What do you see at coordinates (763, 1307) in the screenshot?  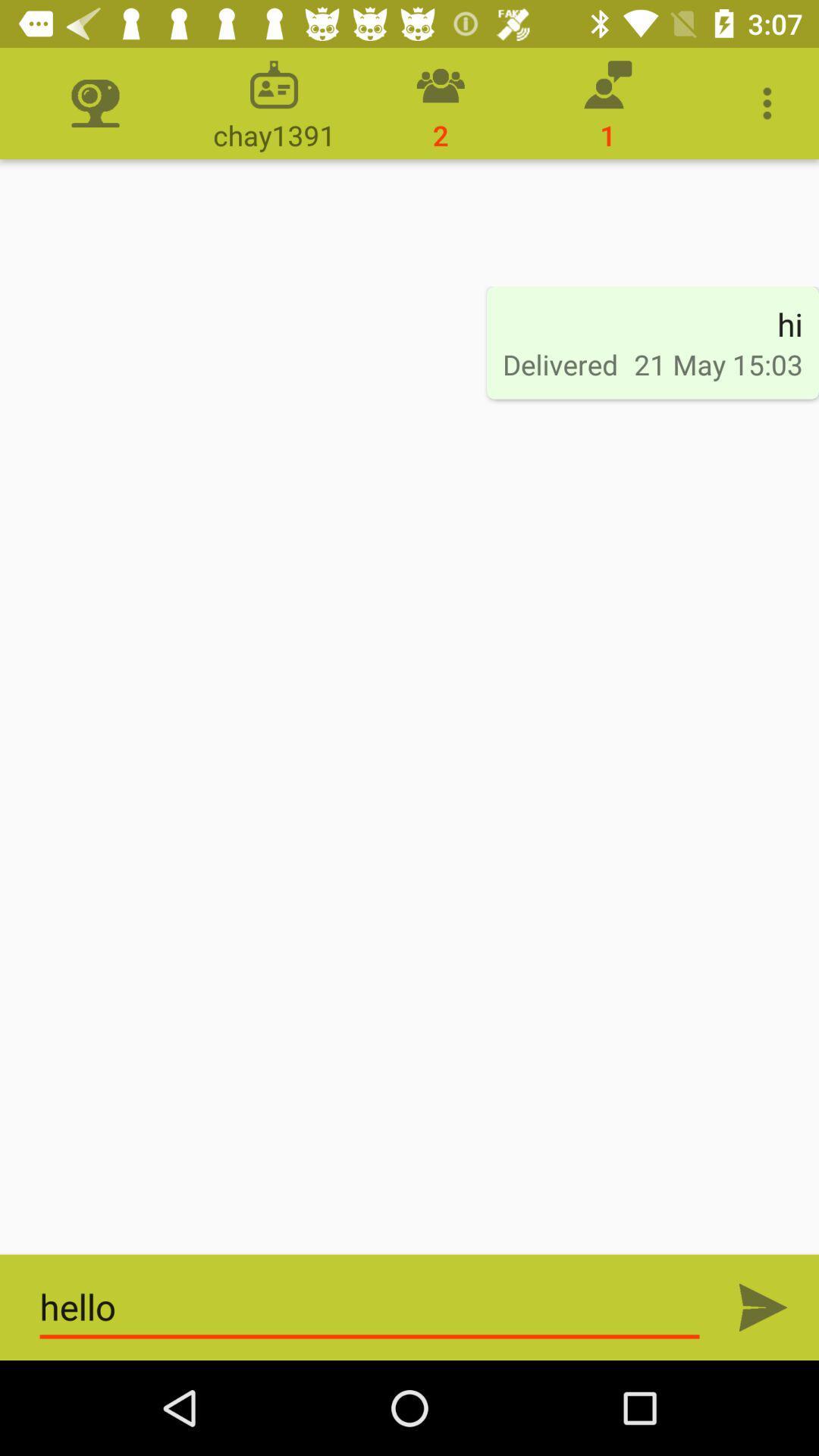 I see `the send icon` at bounding box center [763, 1307].